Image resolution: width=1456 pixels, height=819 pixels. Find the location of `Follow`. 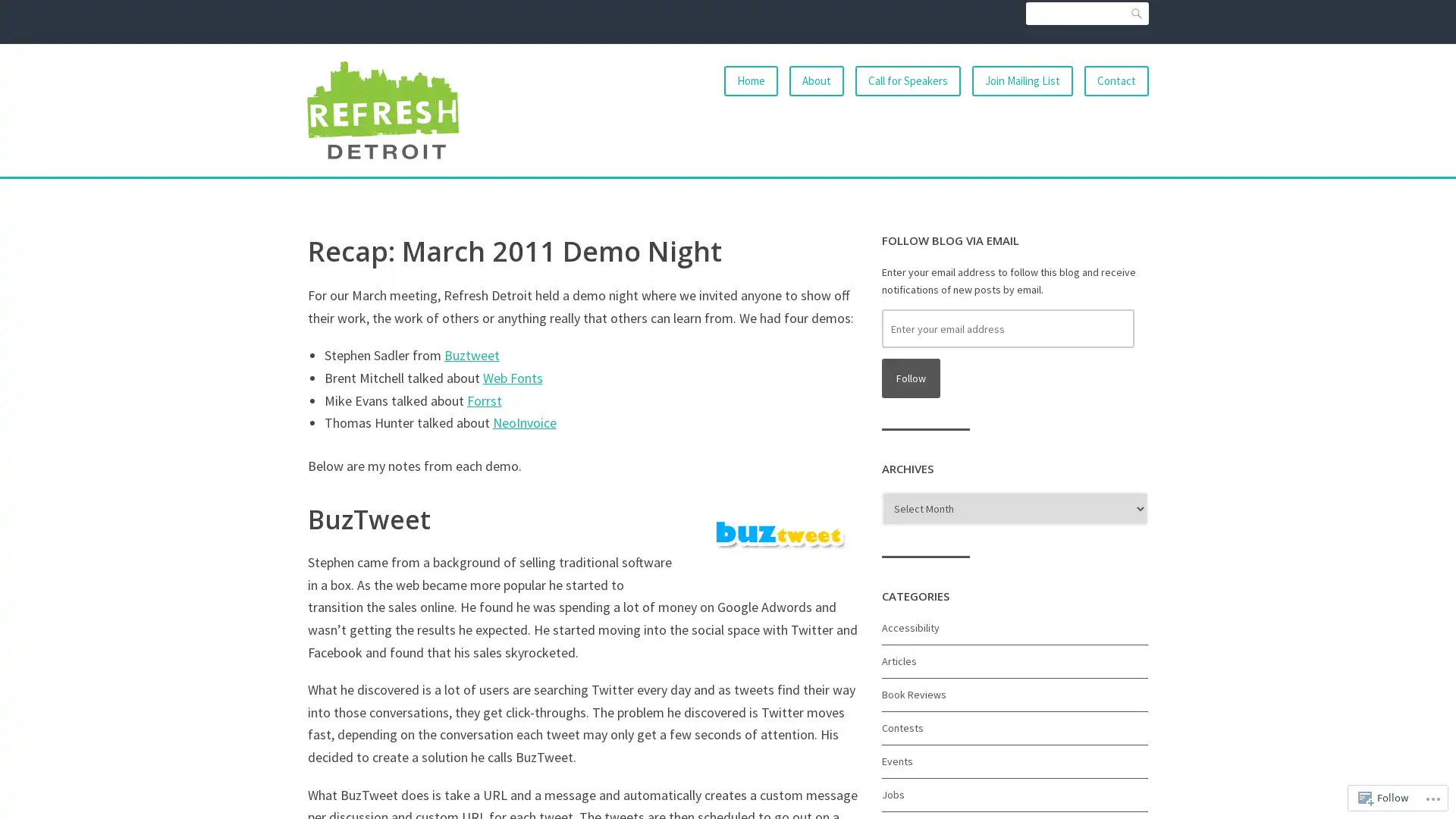

Follow is located at coordinates (910, 377).